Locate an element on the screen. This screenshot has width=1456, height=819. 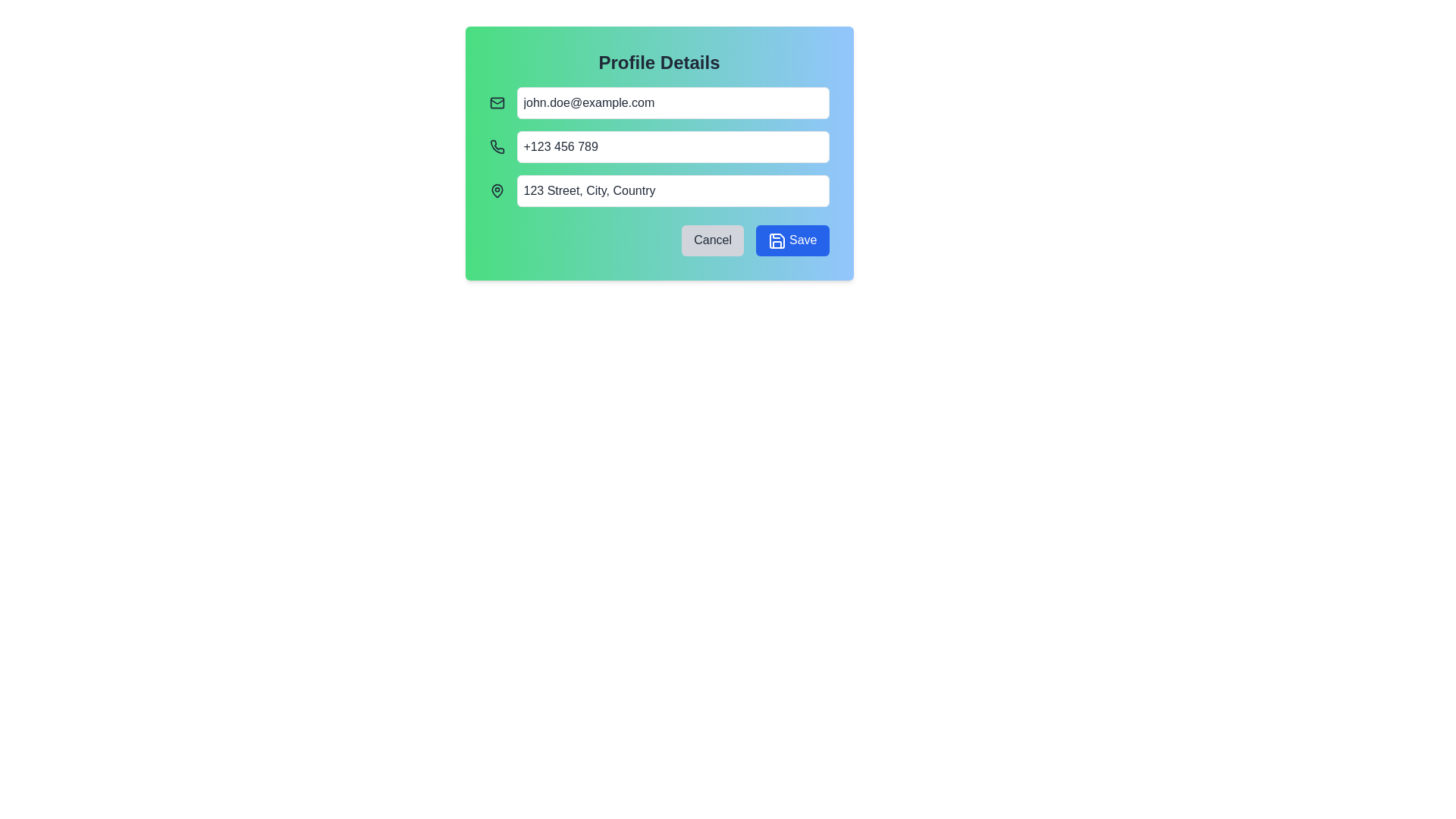
the 'Save' button icon at the bottom-right corner of the 'Profile Details' form is located at coordinates (777, 240).